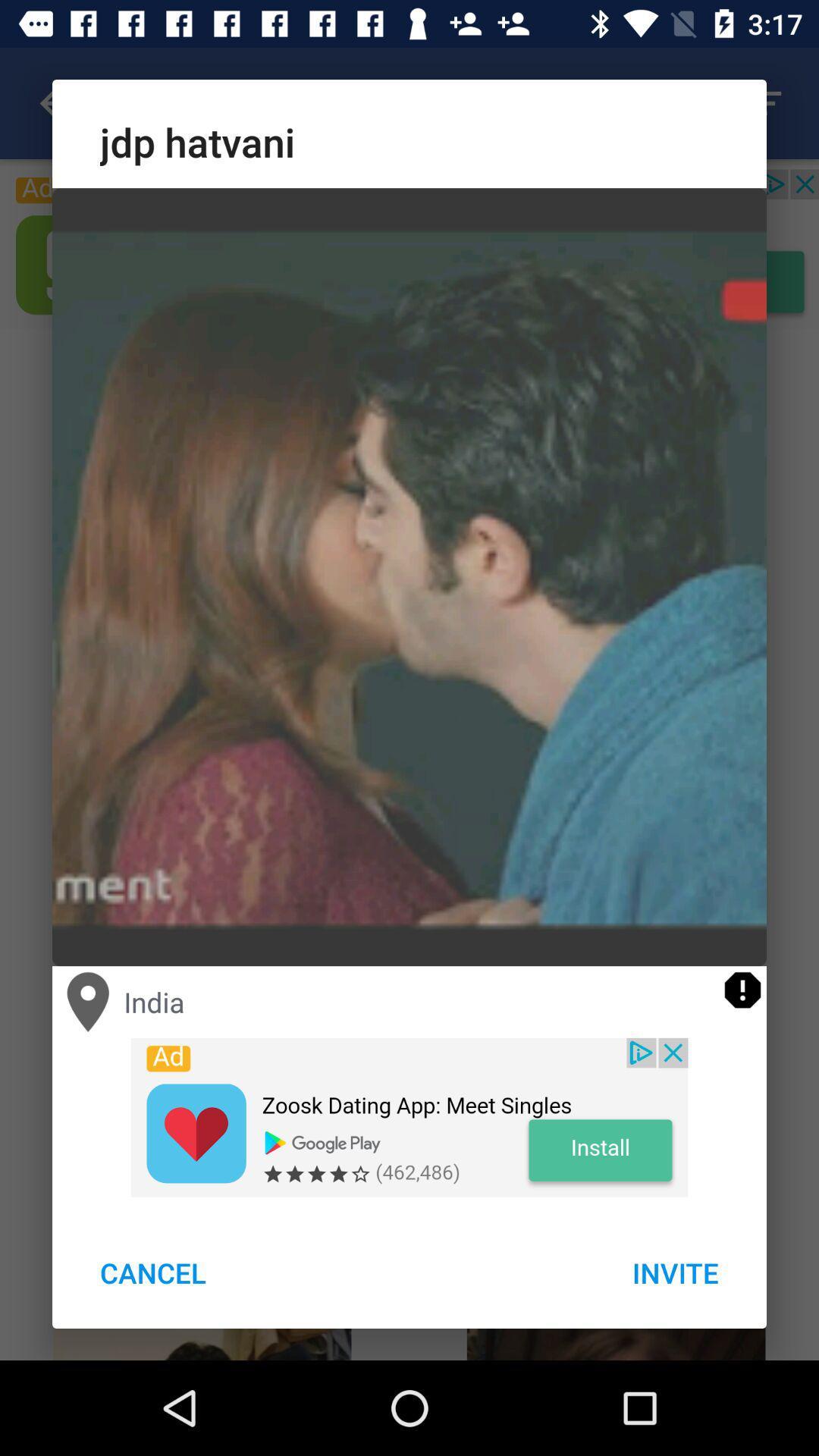 Image resolution: width=819 pixels, height=1456 pixels. I want to click on advertisement link, so click(409, 1117).